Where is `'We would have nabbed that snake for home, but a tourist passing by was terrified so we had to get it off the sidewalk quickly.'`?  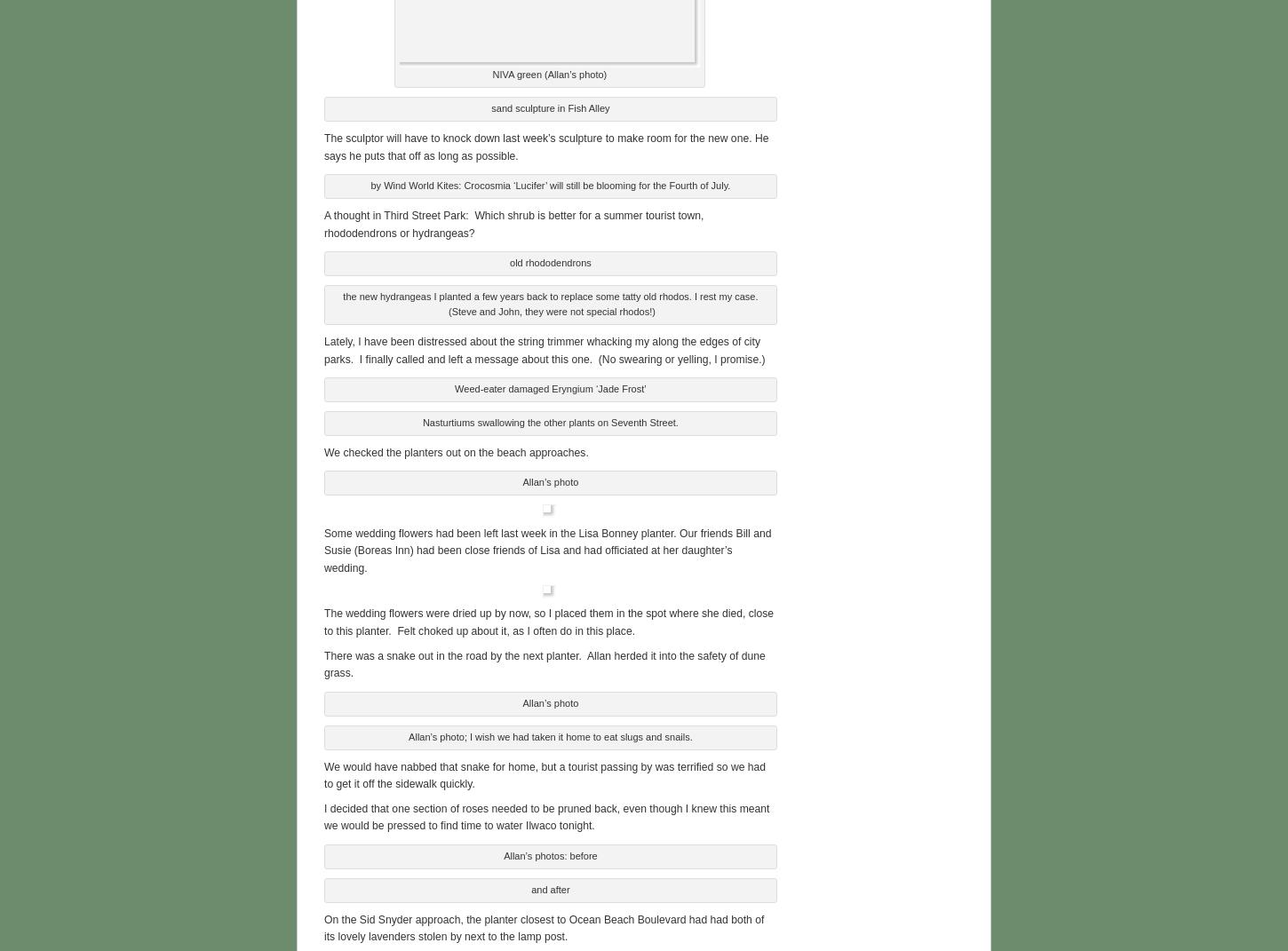
'We would have nabbed that snake for home, but a tourist passing by was terrified so we had to get it off the sidewalk quickly.' is located at coordinates (544, 773).